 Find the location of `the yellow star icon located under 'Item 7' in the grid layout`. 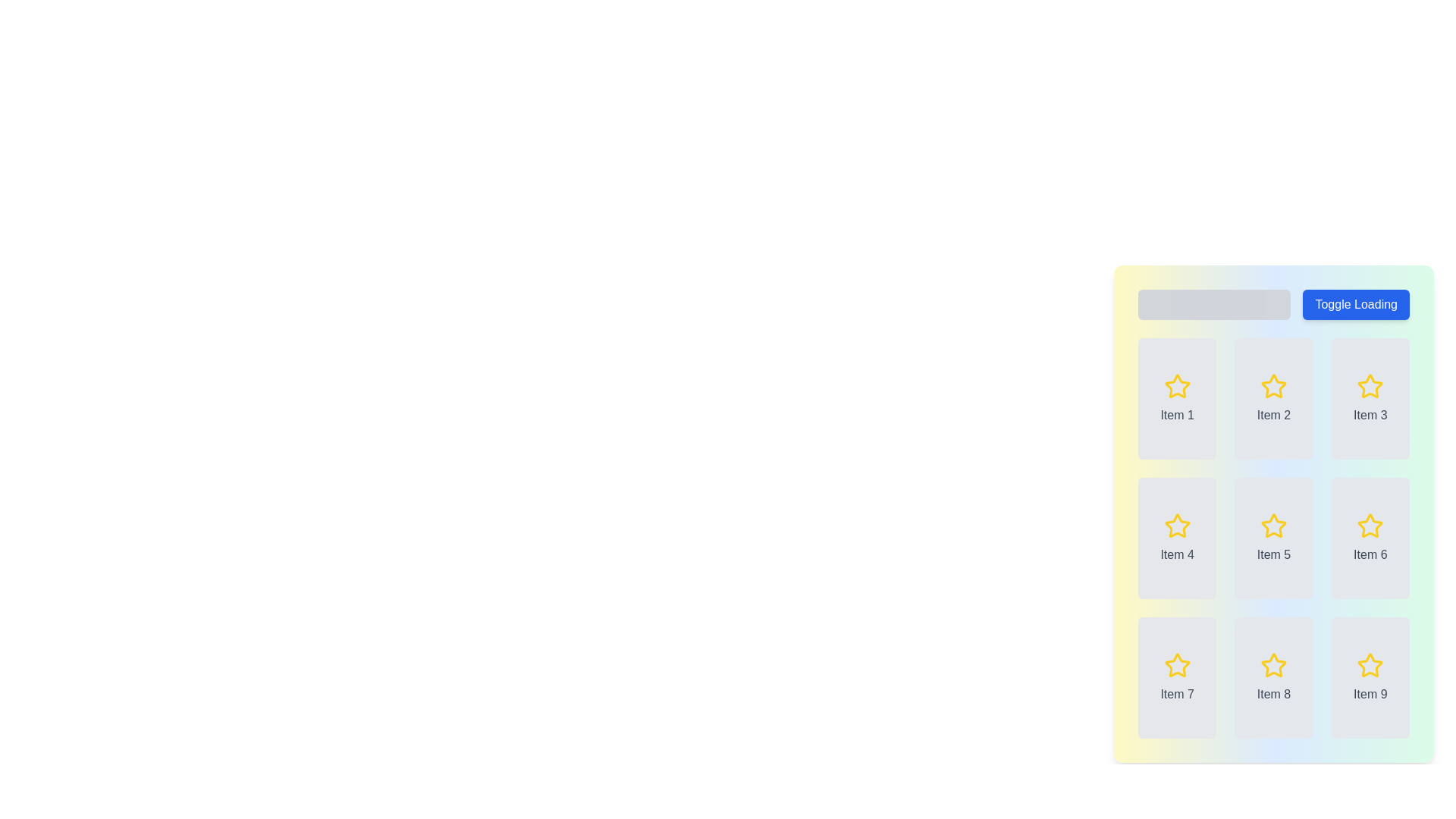

the yellow star icon located under 'Item 7' in the grid layout is located at coordinates (1176, 664).